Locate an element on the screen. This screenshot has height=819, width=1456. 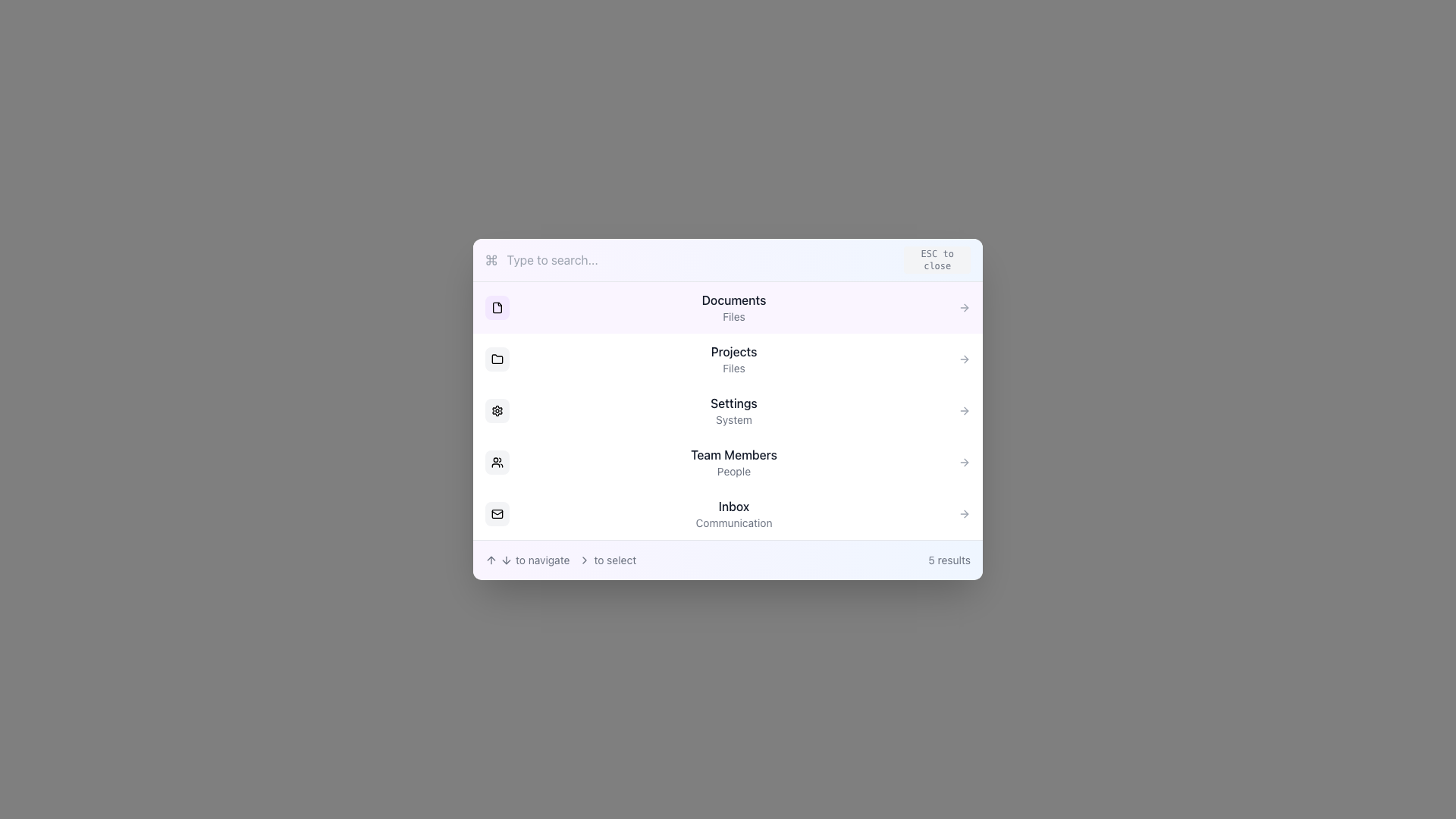
the 'Projects' text label within the navigation menu for keyboard navigation is located at coordinates (734, 359).